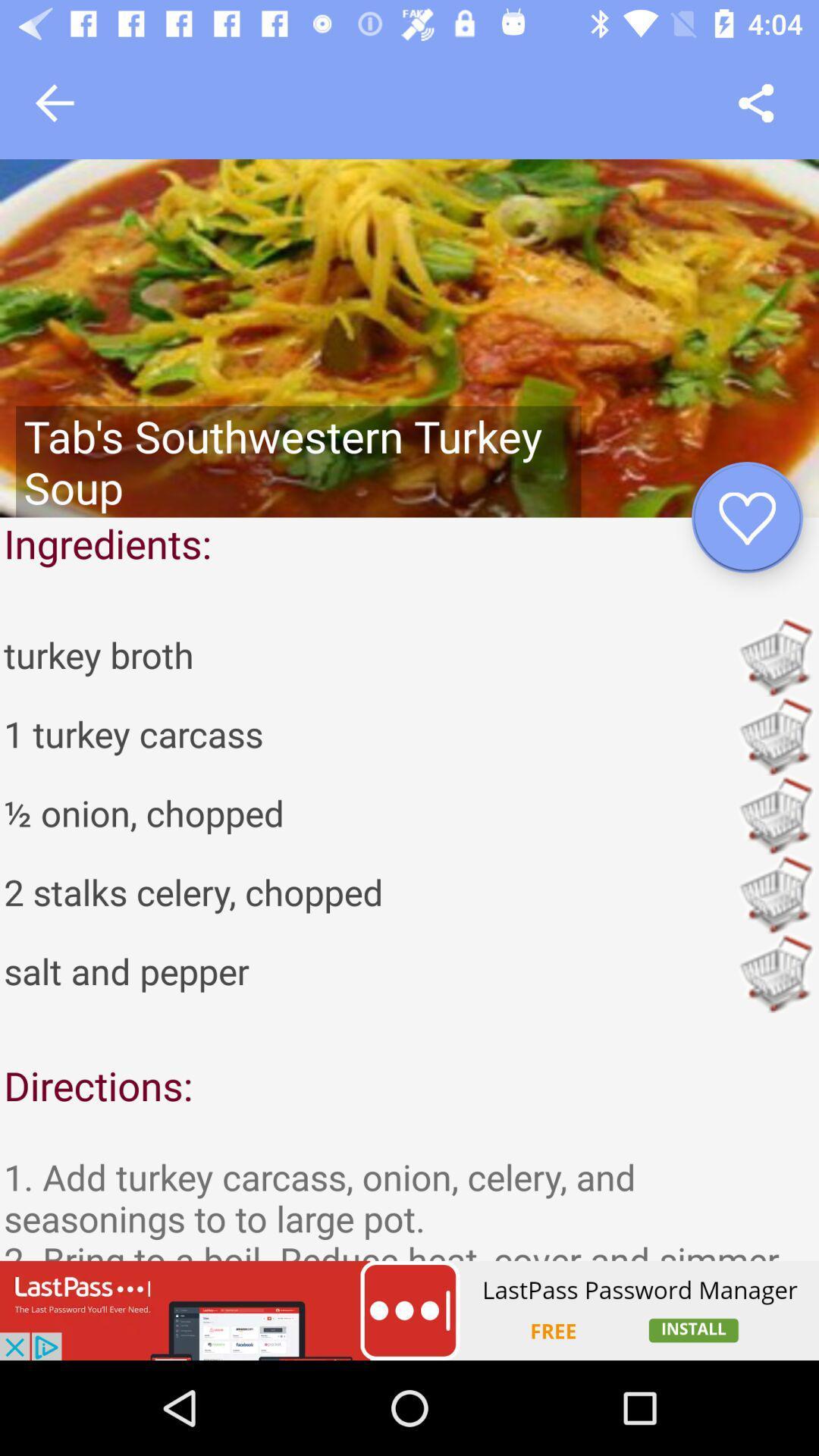  What do you see at coordinates (756, 102) in the screenshot?
I see `share link` at bounding box center [756, 102].